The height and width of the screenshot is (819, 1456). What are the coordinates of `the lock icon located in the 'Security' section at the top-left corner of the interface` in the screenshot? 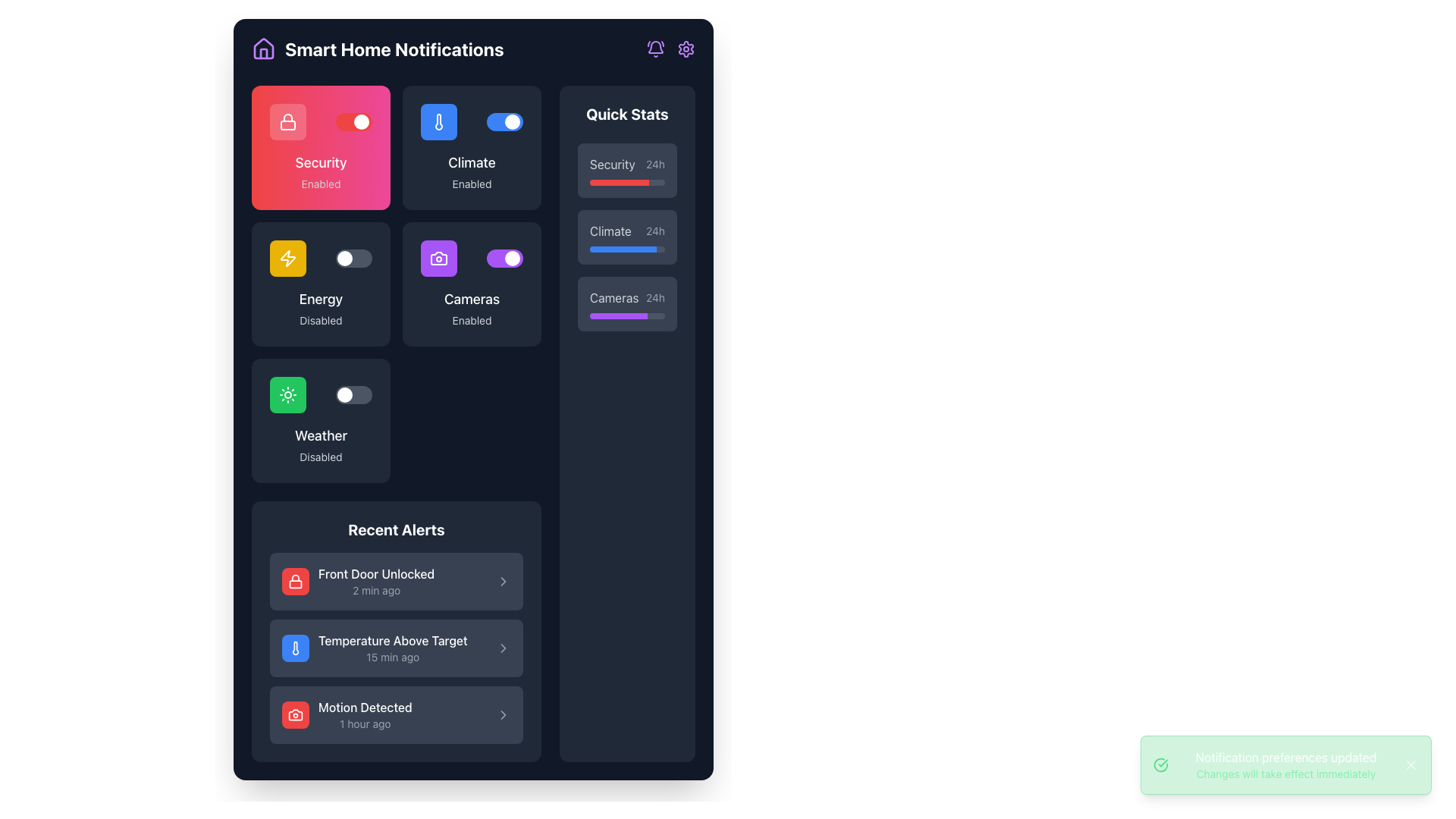 It's located at (287, 121).